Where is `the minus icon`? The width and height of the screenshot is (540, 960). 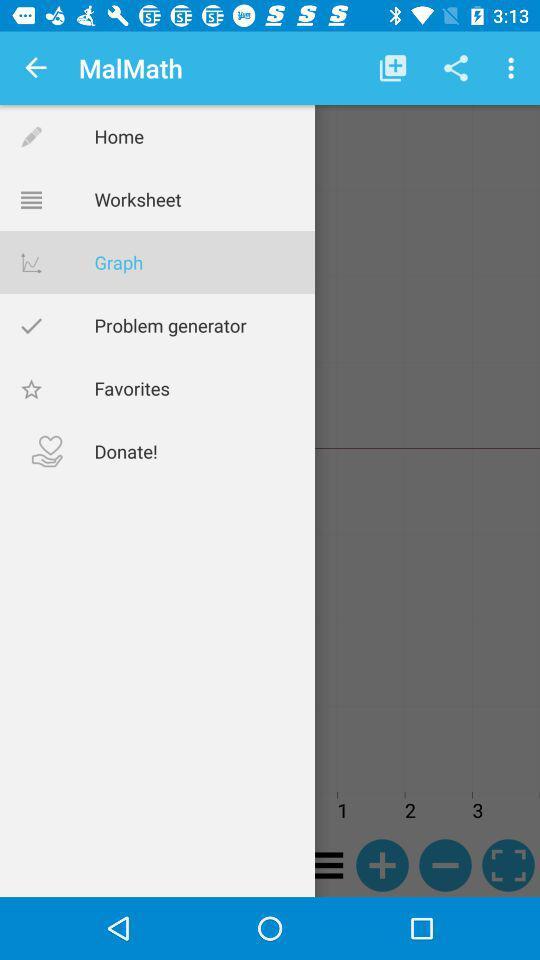
the minus icon is located at coordinates (445, 864).